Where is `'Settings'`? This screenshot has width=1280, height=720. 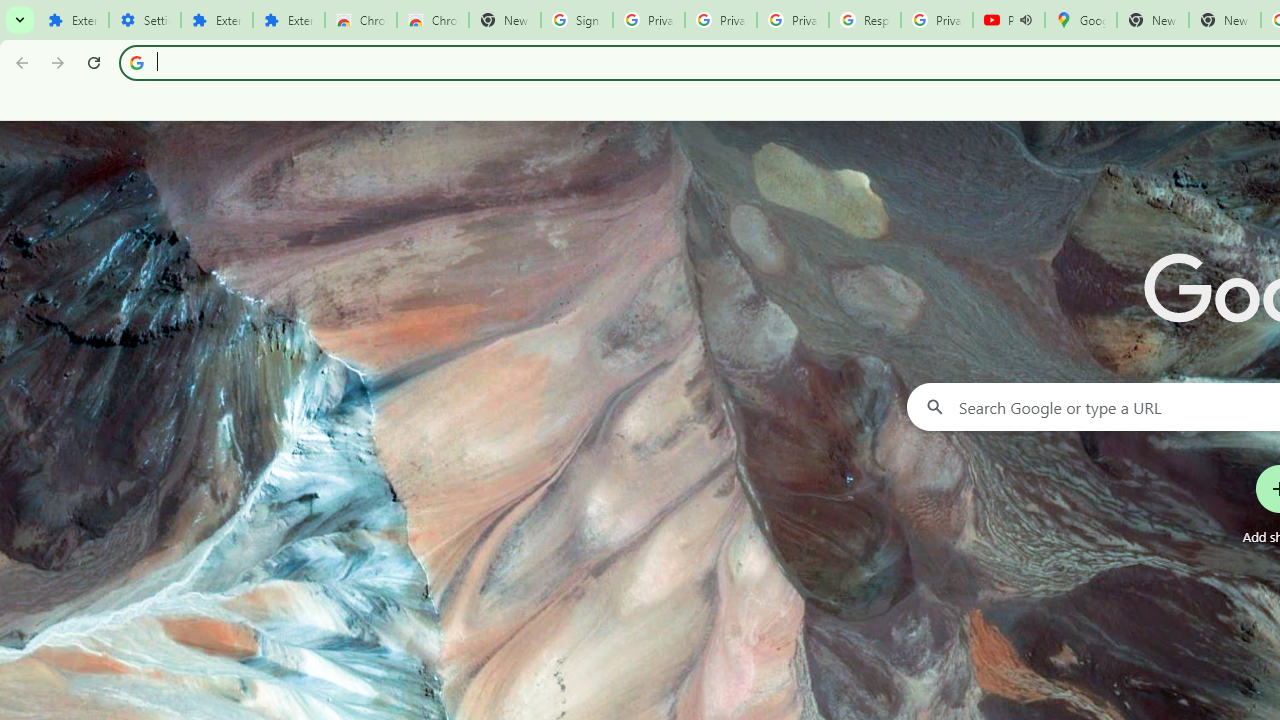
'Settings' is located at coordinates (143, 20).